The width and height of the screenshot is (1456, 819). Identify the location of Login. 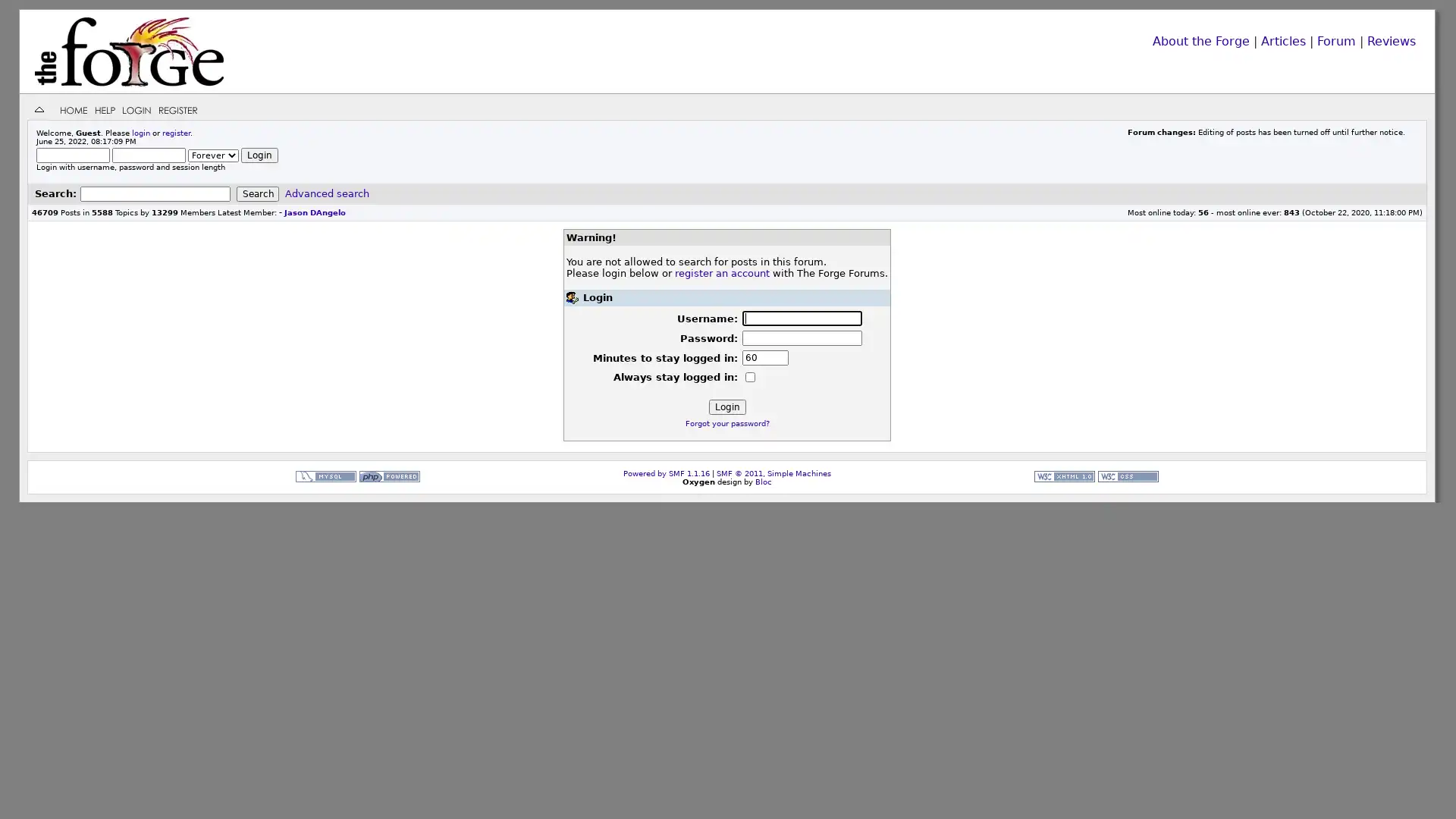
(726, 406).